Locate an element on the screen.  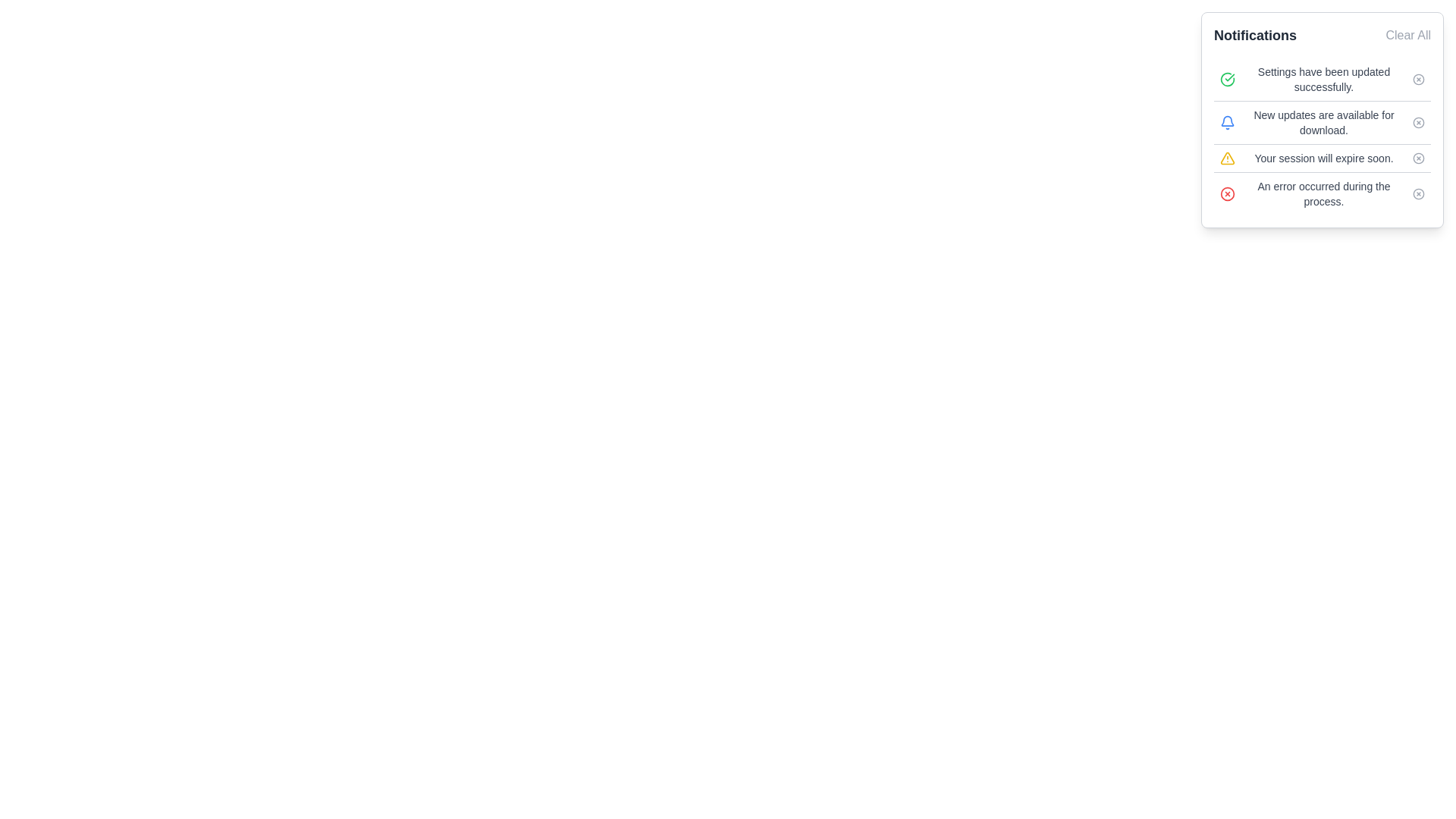
the 'close' or 'dismiss' icon located at the top right corner of the notification panel, near the 'Clear All' text is located at coordinates (1418, 79).